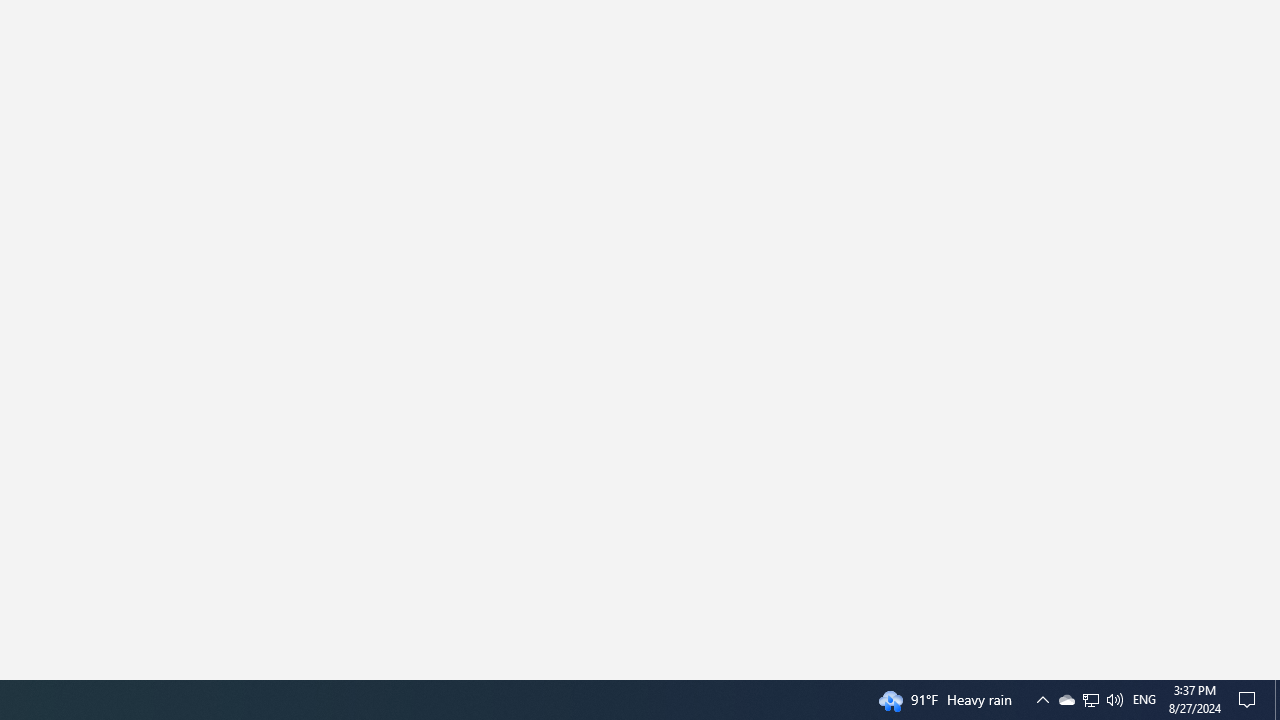 The height and width of the screenshot is (720, 1280). What do you see at coordinates (1276, 698) in the screenshot?
I see `'Show desktop'` at bounding box center [1276, 698].